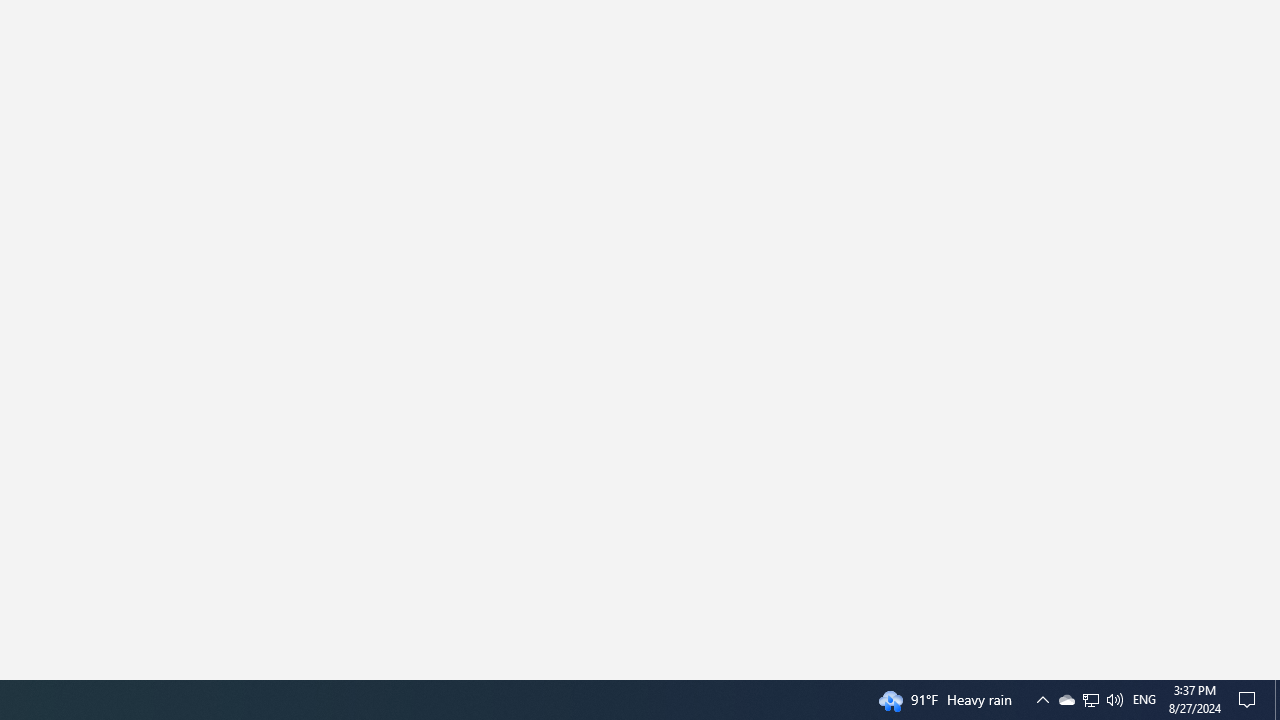 The height and width of the screenshot is (720, 1280). What do you see at coordinates (1276, 698) in the screenshot?
I see `'Show desktop'` at bounding box center [1276, 698].